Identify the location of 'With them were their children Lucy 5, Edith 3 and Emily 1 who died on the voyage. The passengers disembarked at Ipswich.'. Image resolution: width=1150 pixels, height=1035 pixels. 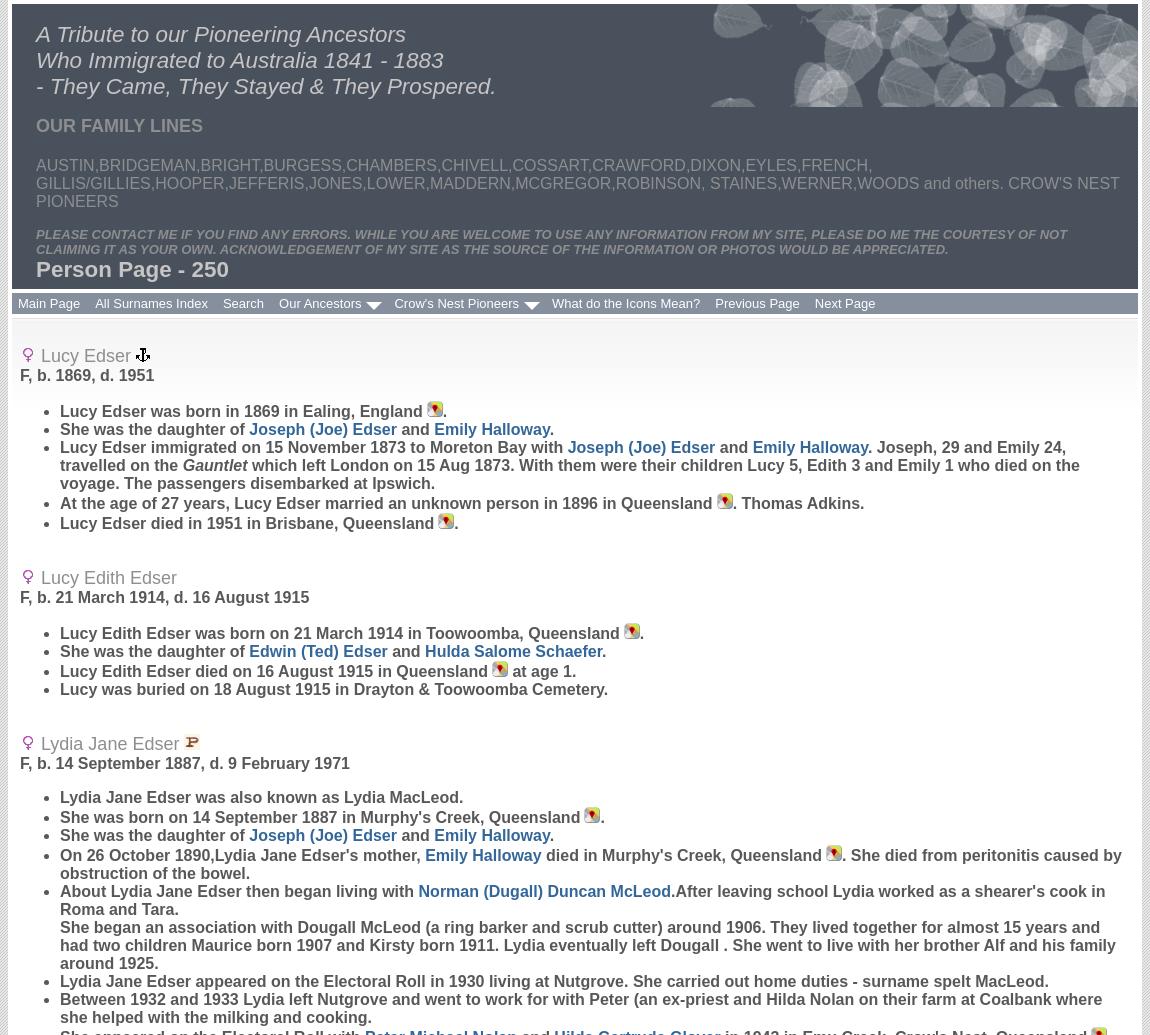
(569, 474).